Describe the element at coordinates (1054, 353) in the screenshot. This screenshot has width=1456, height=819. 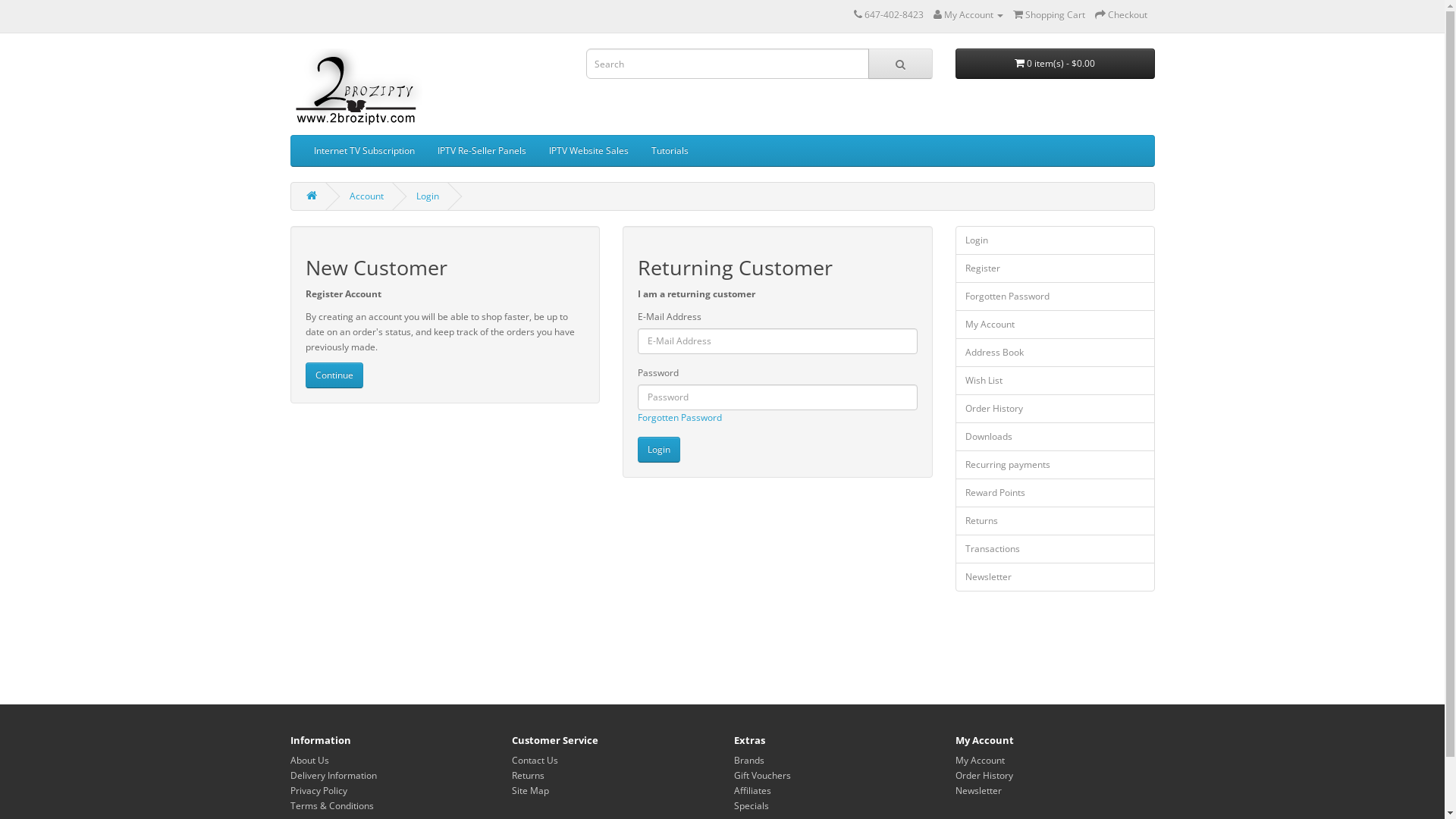
I see `'Address Book'` at that location.